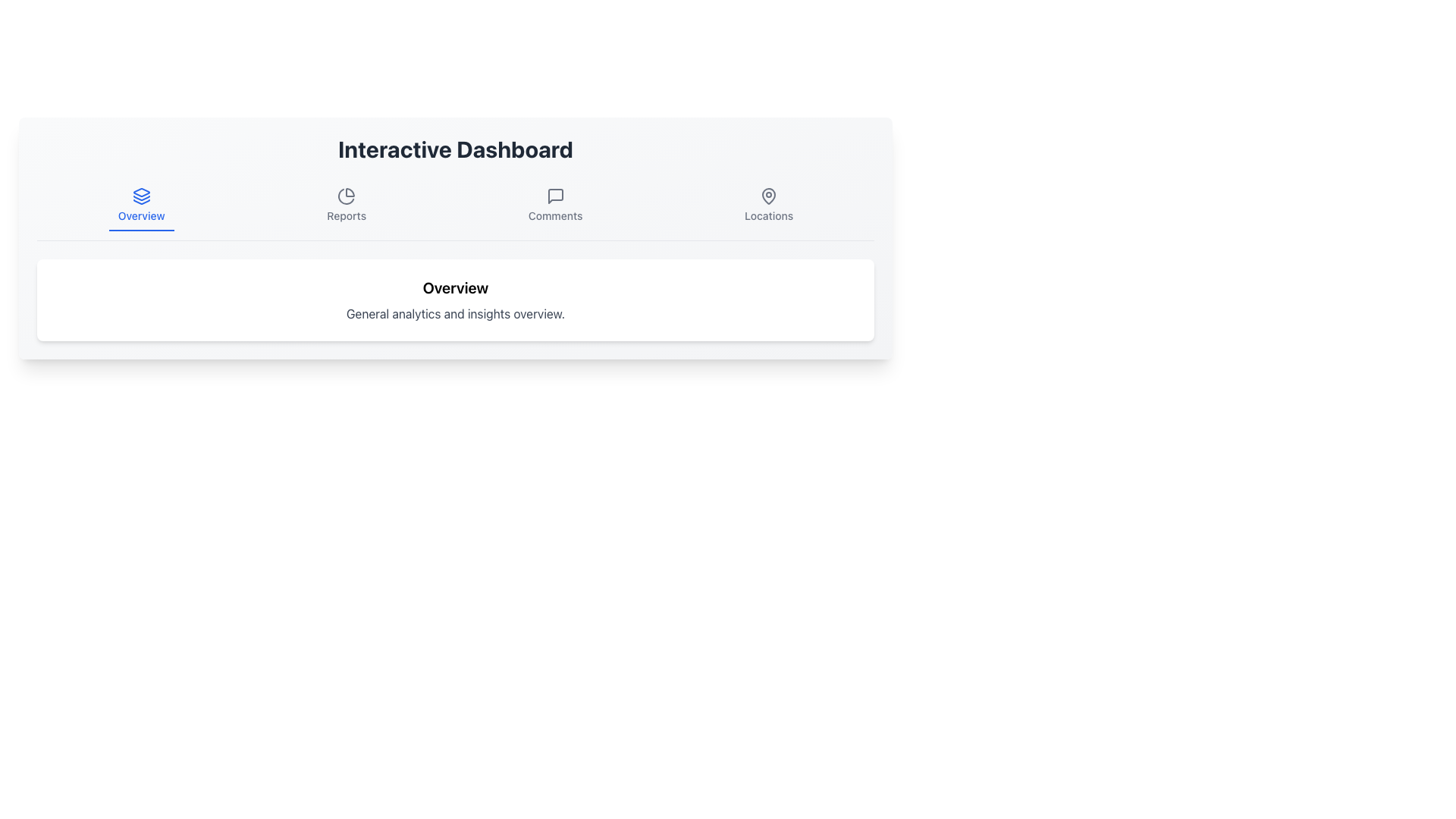 This screenshot has height=819, width=1456. Describe the element at coordinates (141, 216) in the screenshot. I see `text element displaying 'Overview' located beneath the layers icon in the navigation bar` at that location.